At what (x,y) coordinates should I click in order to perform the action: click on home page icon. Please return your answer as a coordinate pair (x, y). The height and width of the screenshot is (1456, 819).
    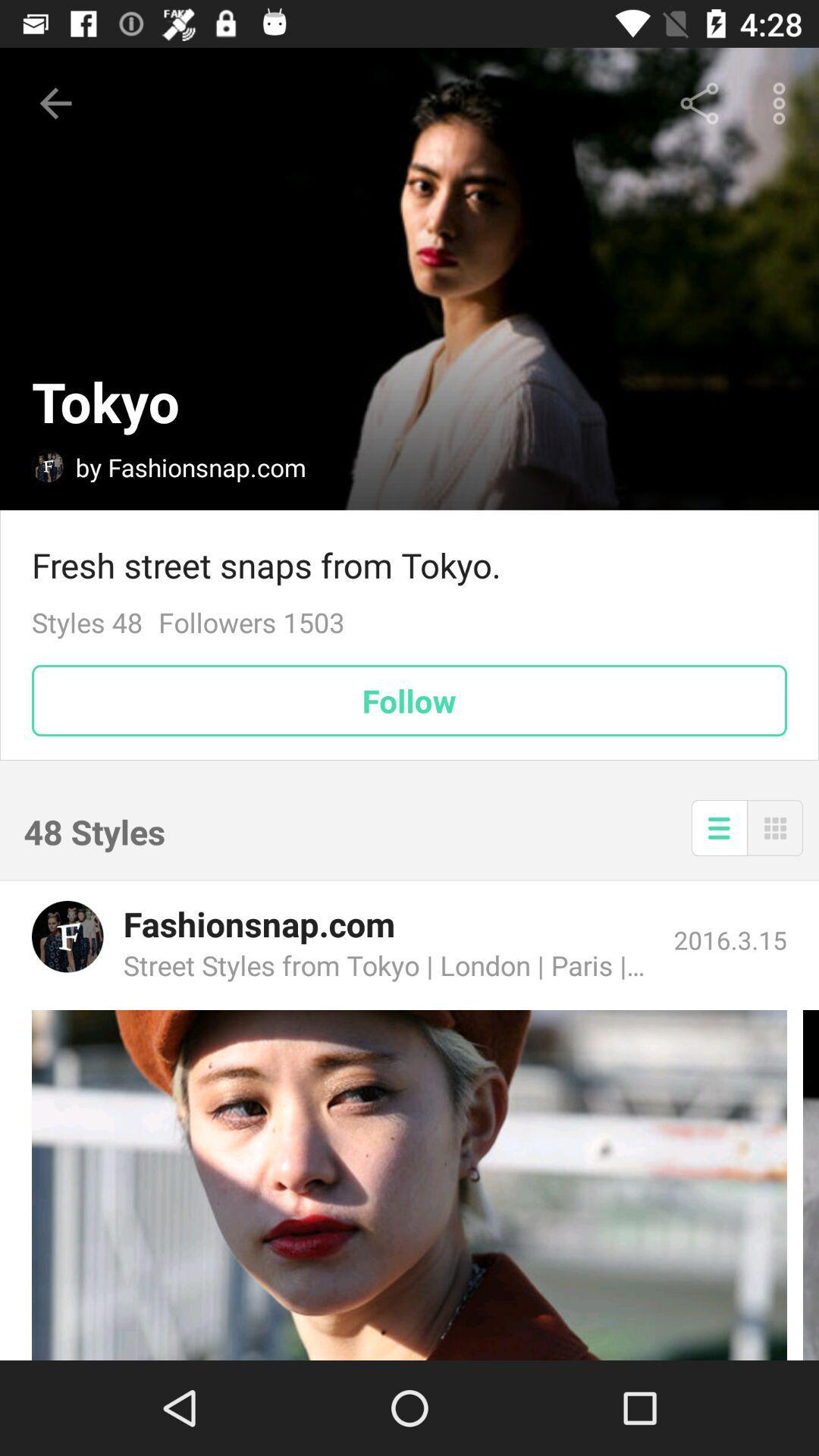
    Looking at the image, I should click on (46, 465).